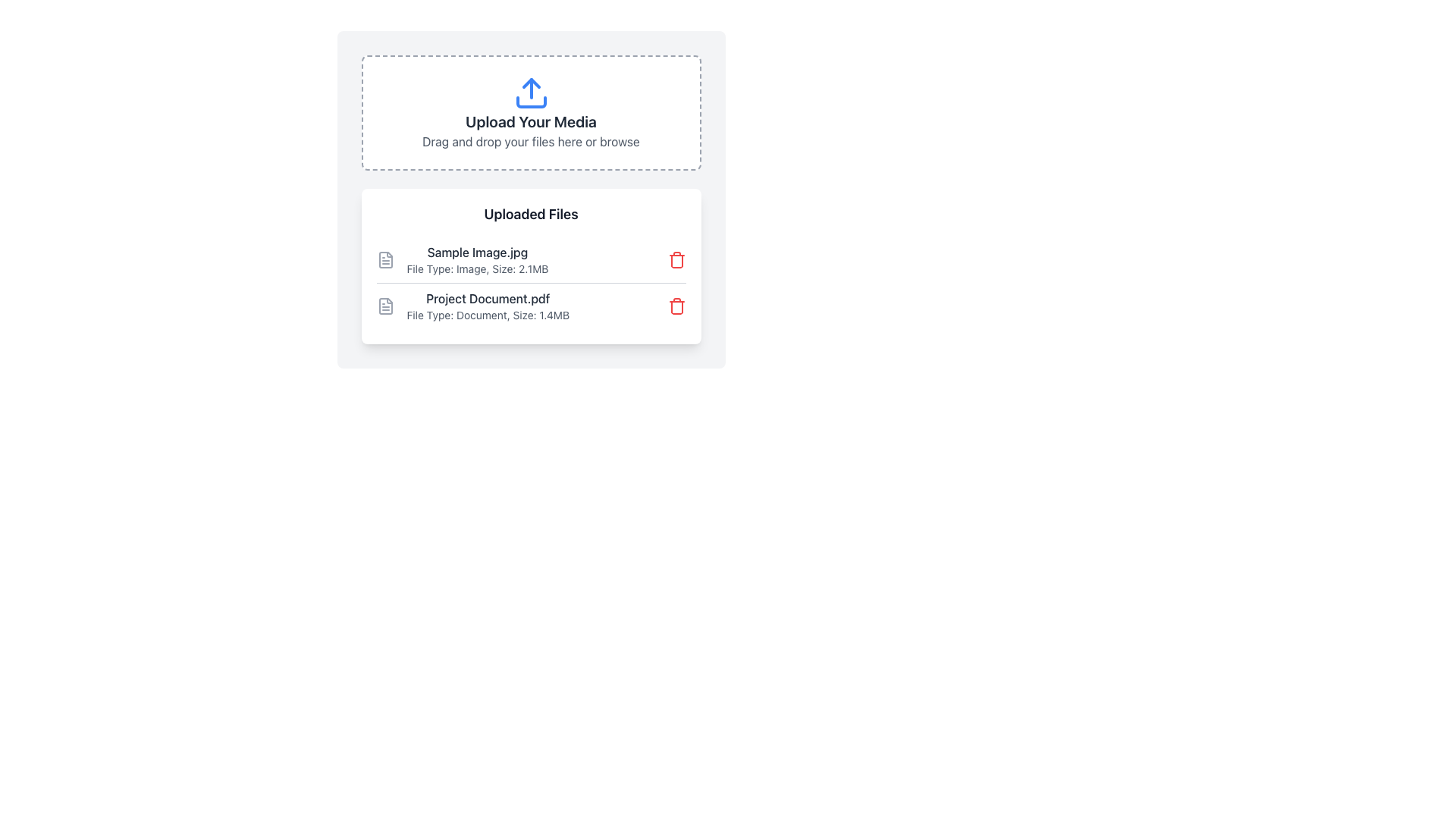 This screenshot has height=819, width=1456. What do you see at coordinates (476, 251) in the screenshot?
I see `the title label for the file 'Sample Image.jpg' in the uploaded files list` at bounding box center [476, 251].